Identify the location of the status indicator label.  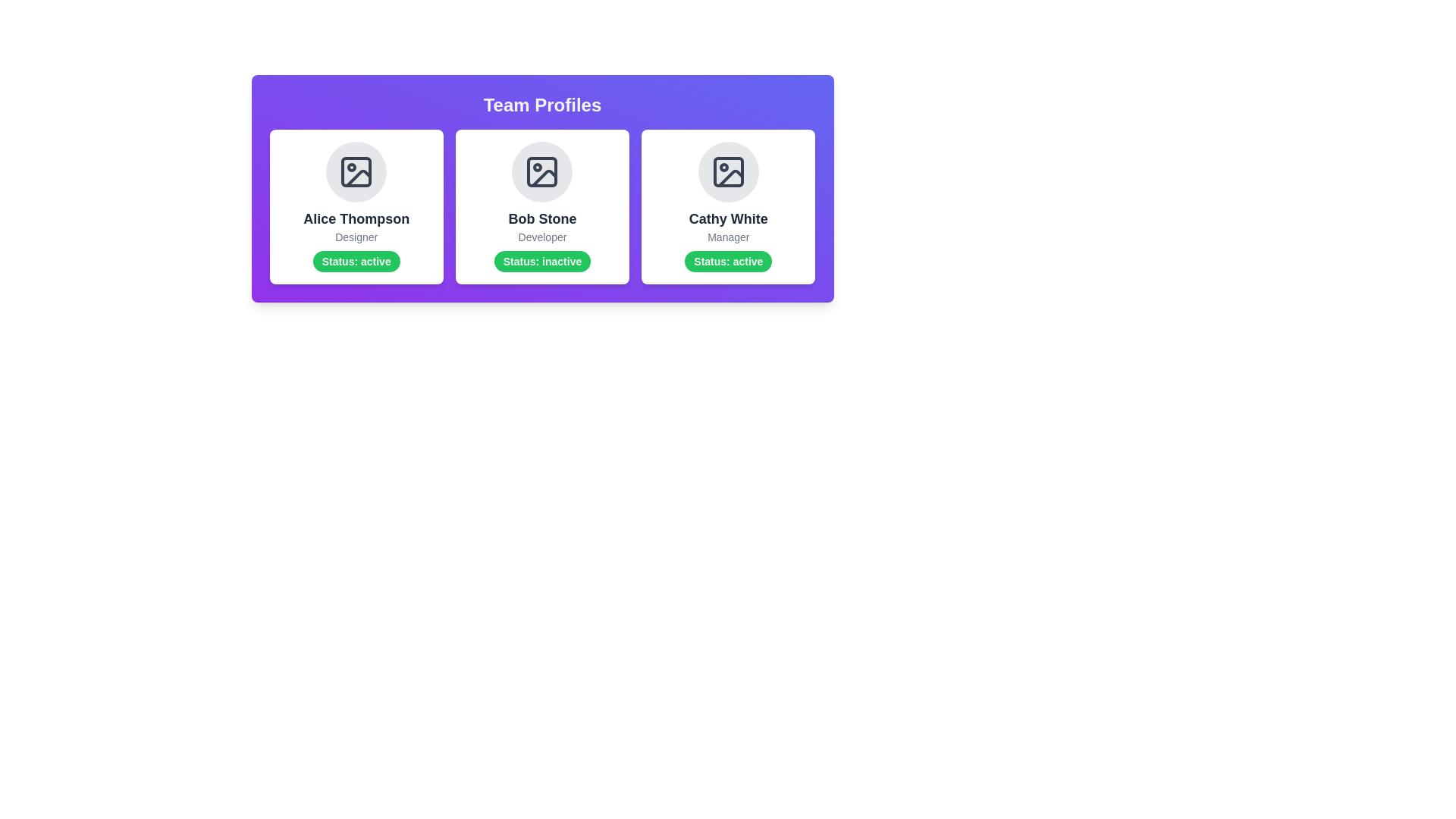
(356, 260).